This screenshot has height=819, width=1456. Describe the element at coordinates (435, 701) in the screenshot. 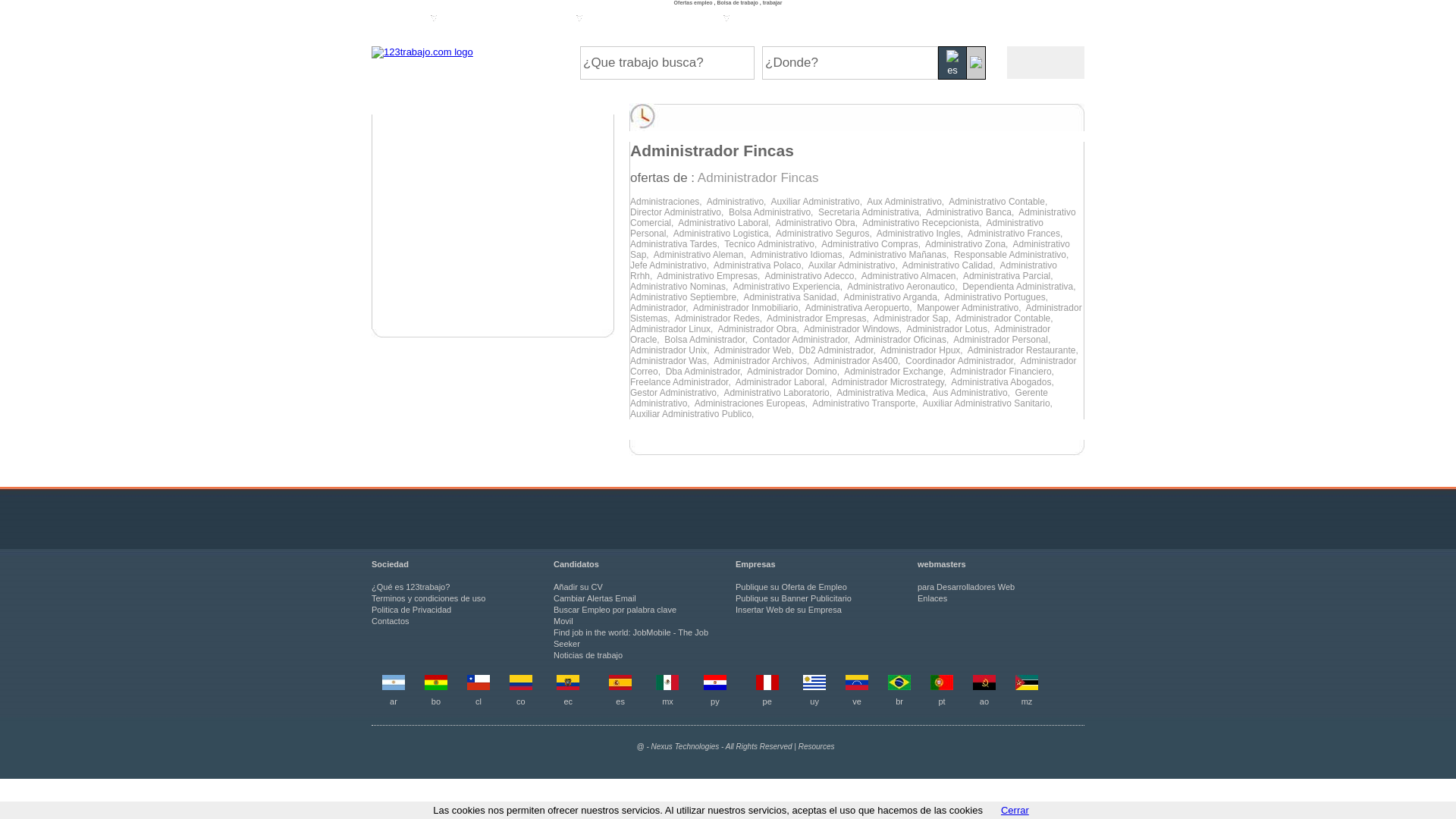

I see `'bo'` at that location.